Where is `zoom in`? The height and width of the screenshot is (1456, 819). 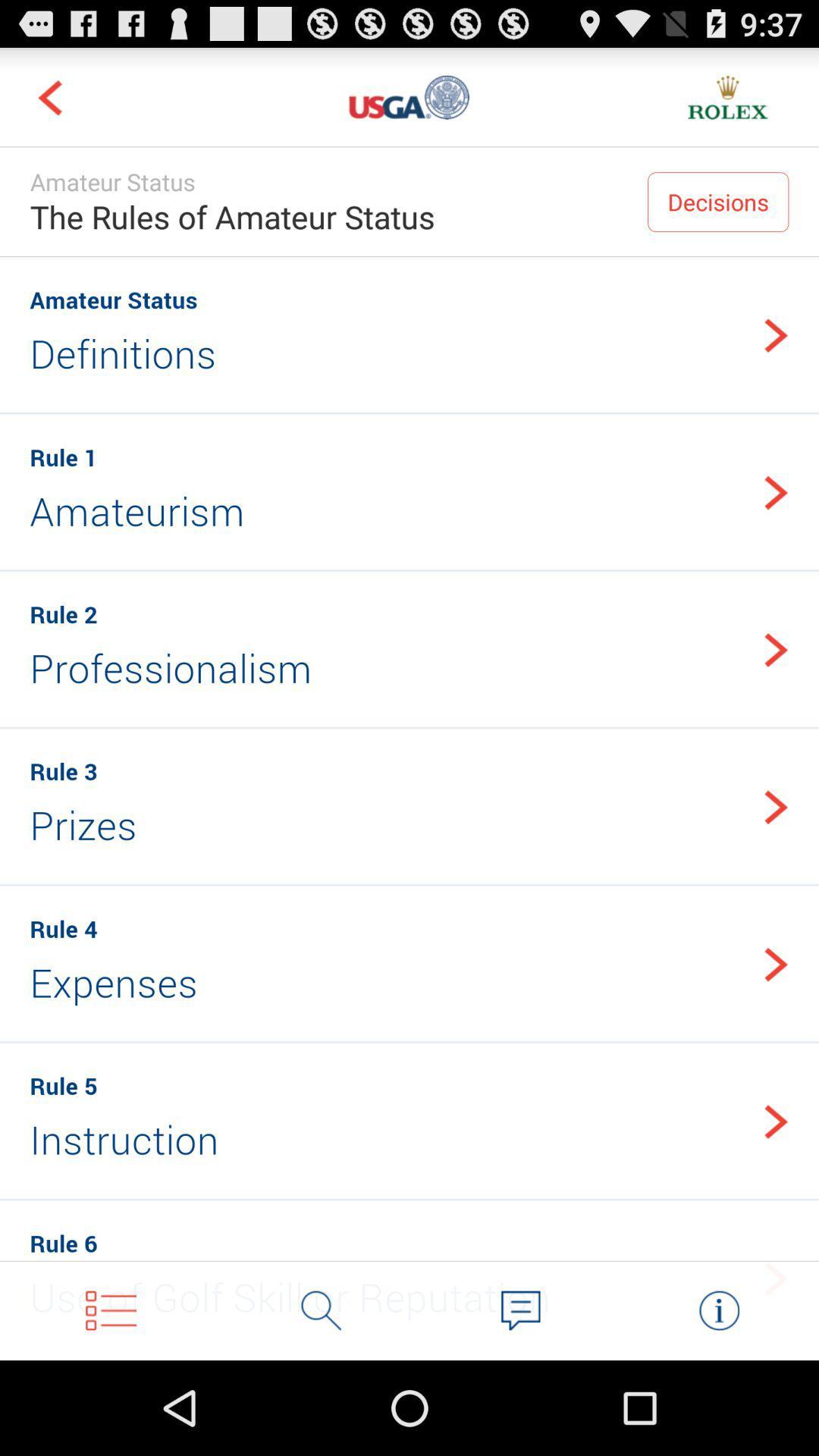 zoom in is located at coordinates (321, 1310).